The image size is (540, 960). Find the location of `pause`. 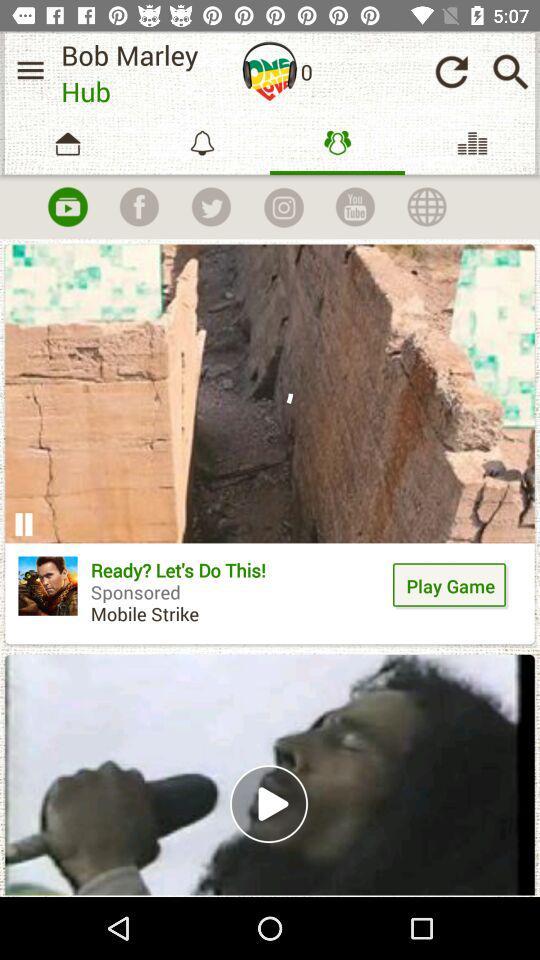

pause is located at coordinates (22, 523).